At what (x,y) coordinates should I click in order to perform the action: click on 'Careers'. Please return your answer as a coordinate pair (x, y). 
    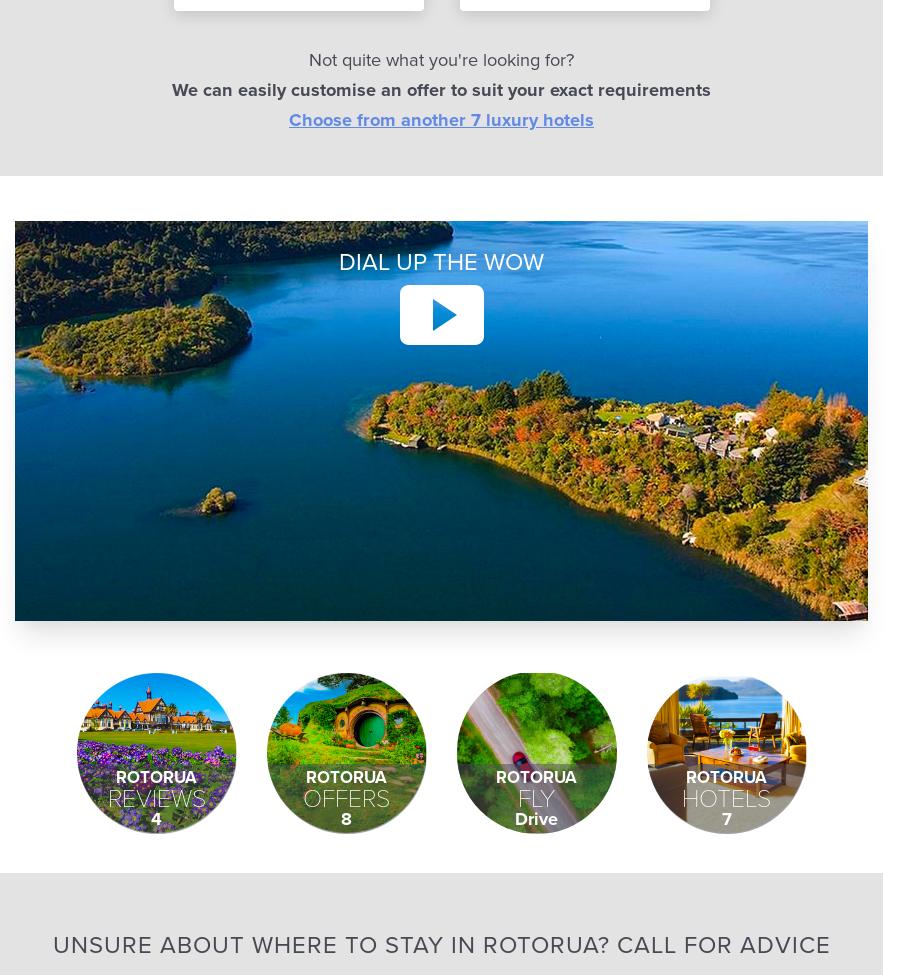
    Looking at the image, I should click on (492, 90).